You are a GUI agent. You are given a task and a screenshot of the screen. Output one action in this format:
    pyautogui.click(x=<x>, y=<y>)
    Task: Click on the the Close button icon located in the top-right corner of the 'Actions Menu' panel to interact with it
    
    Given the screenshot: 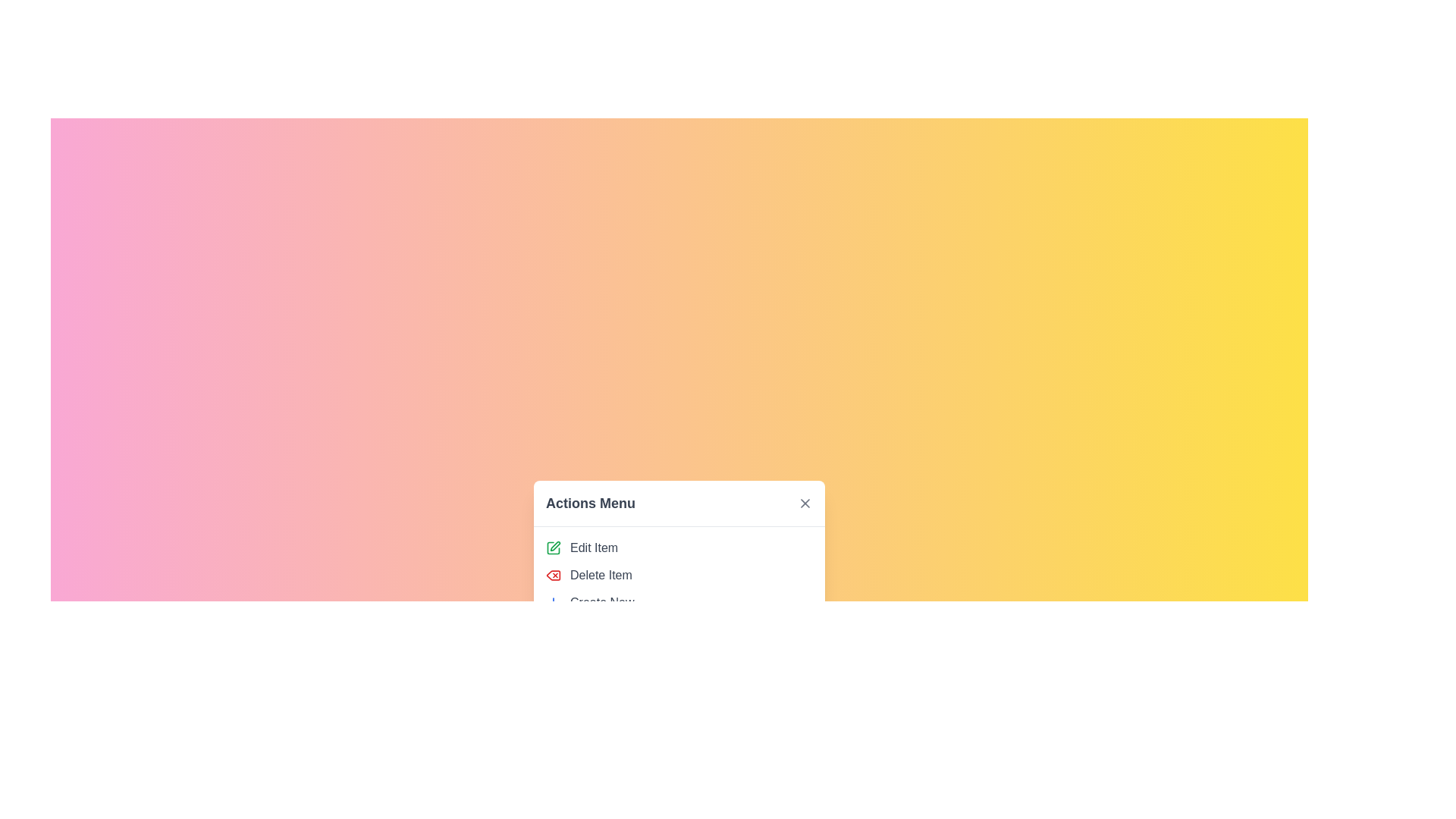 What is the action you would take?
    pyautogui.click(x=804, y=503)
    